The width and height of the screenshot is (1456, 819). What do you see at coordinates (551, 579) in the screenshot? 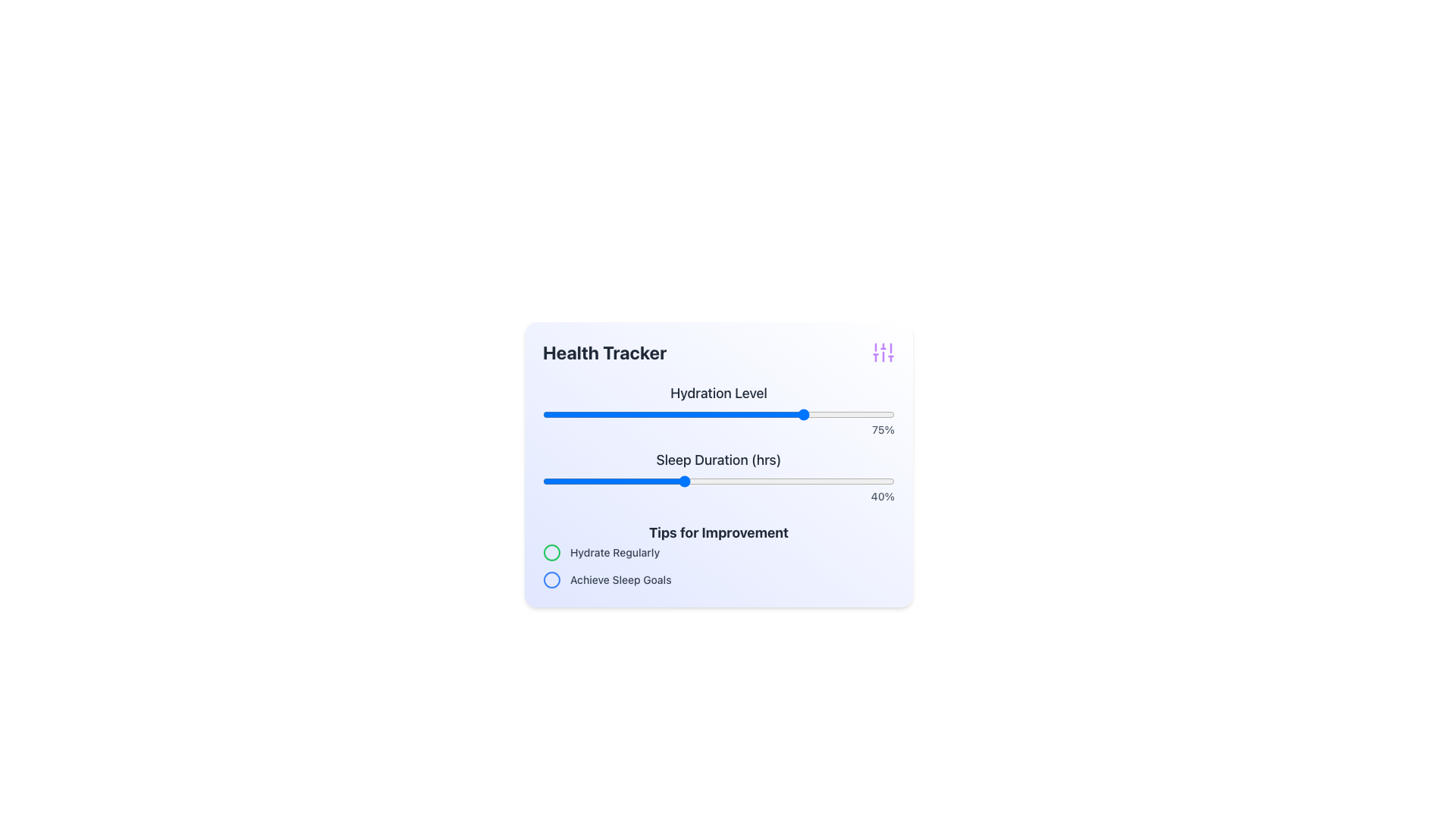
I see `the blue circular icon located to the left of the text 'Achieve Sleep Goals' in the 'Tips for Improvement' section of the 'Health Tracker' module` at bounding box center [551, 579].